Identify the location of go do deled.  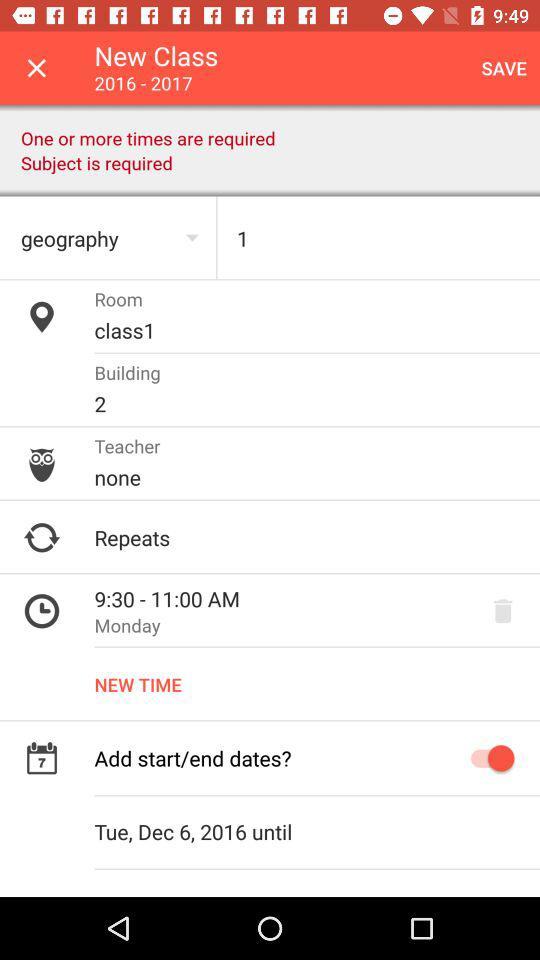
(502, 610).